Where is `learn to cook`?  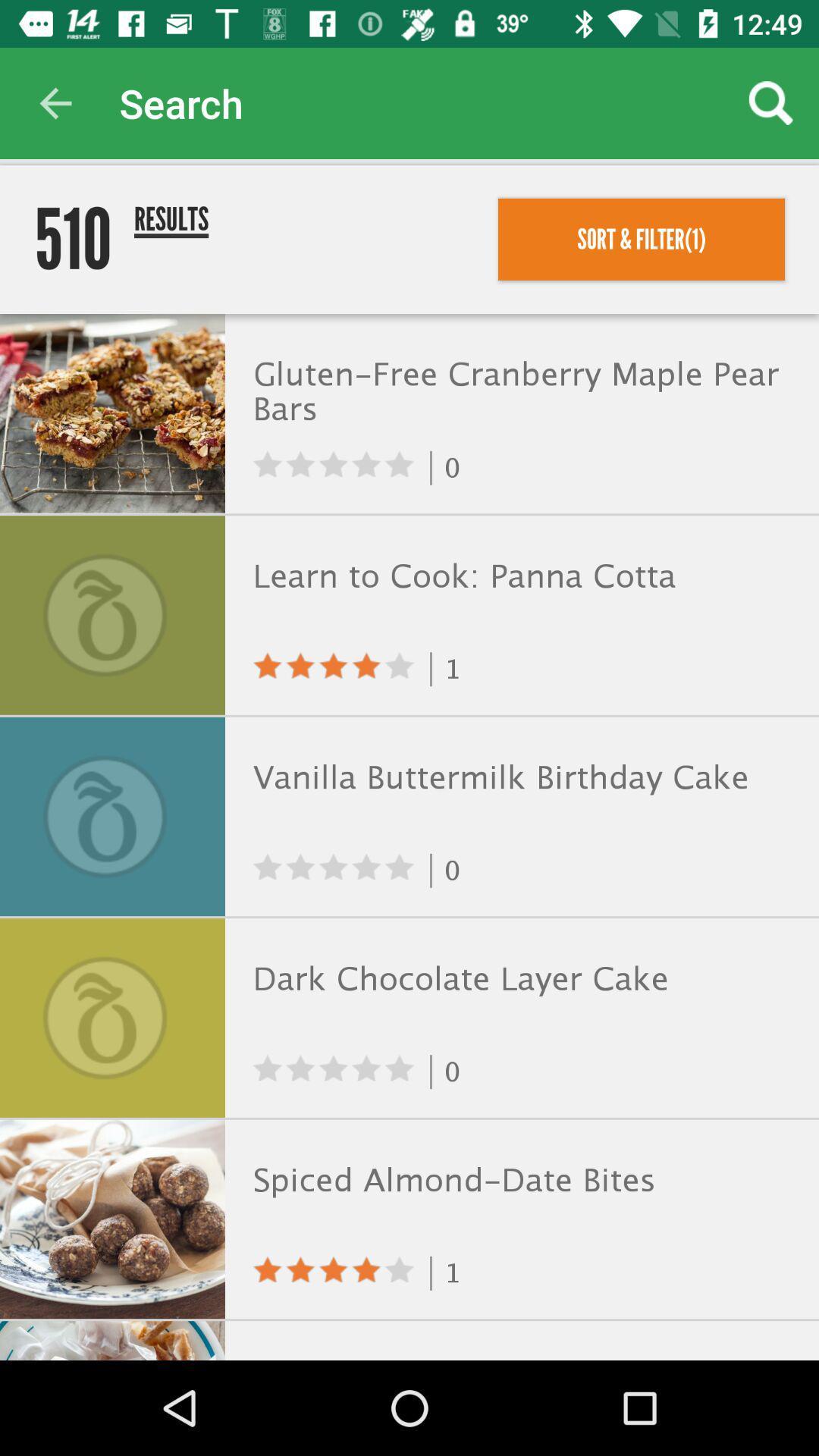 learn to cook is located at coordinates (518, 576).